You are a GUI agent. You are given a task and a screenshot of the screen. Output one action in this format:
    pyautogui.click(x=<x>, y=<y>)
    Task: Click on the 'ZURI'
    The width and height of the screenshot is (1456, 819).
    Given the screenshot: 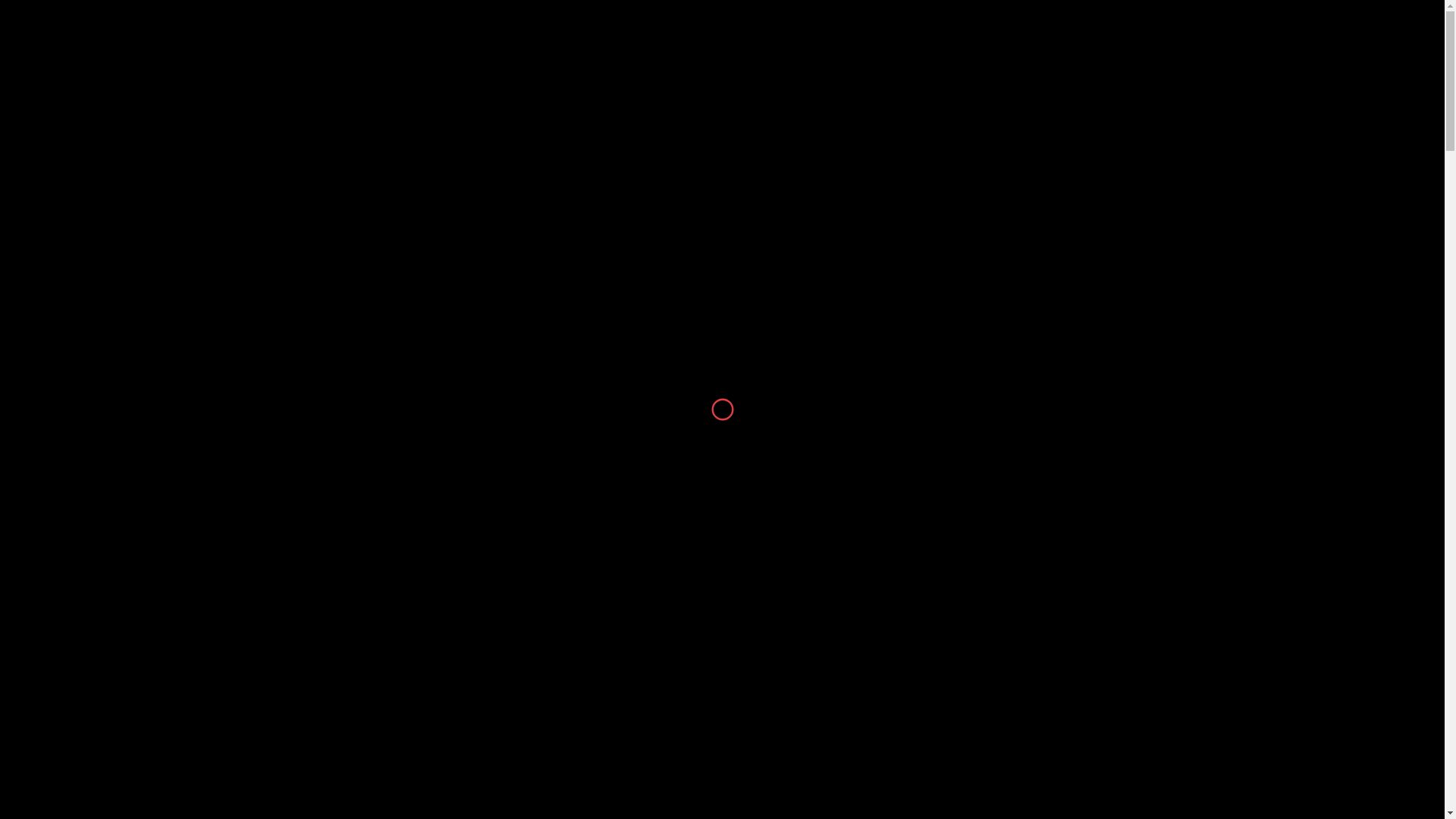 What is the action you would take?
    pyautogui.click(x=413, y=51)
    